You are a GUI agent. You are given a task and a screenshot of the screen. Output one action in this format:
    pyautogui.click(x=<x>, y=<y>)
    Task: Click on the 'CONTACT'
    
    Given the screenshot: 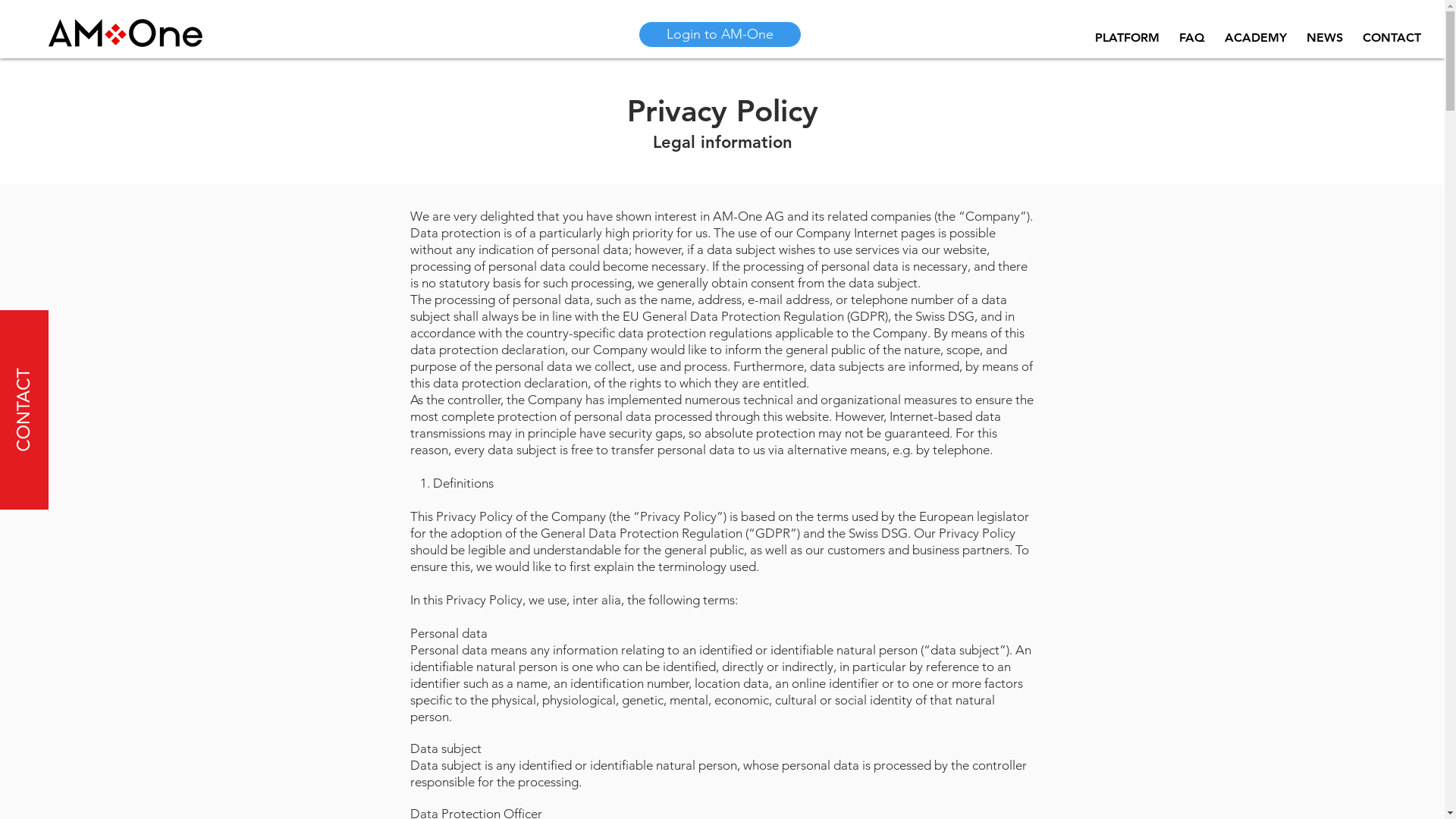 What is the action you would take?
    pyautogui.click(x=1392, y=37)
    